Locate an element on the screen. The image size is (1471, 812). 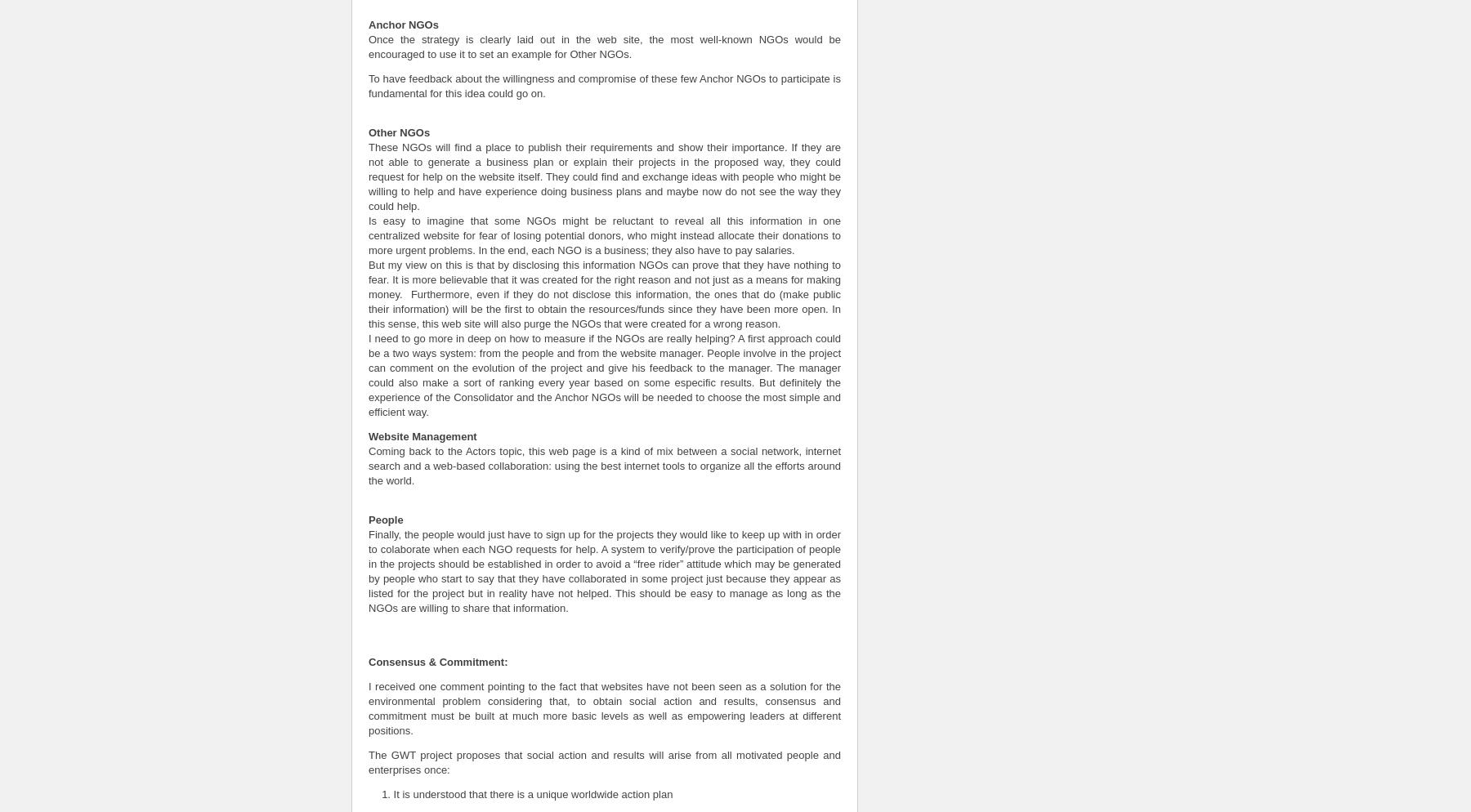
'Once the strategy is clearly laid out in the web site, the most well-known NGOs would be encouraged to use it to set an example for Other NGOs.' is located at coordinates (603, 45).